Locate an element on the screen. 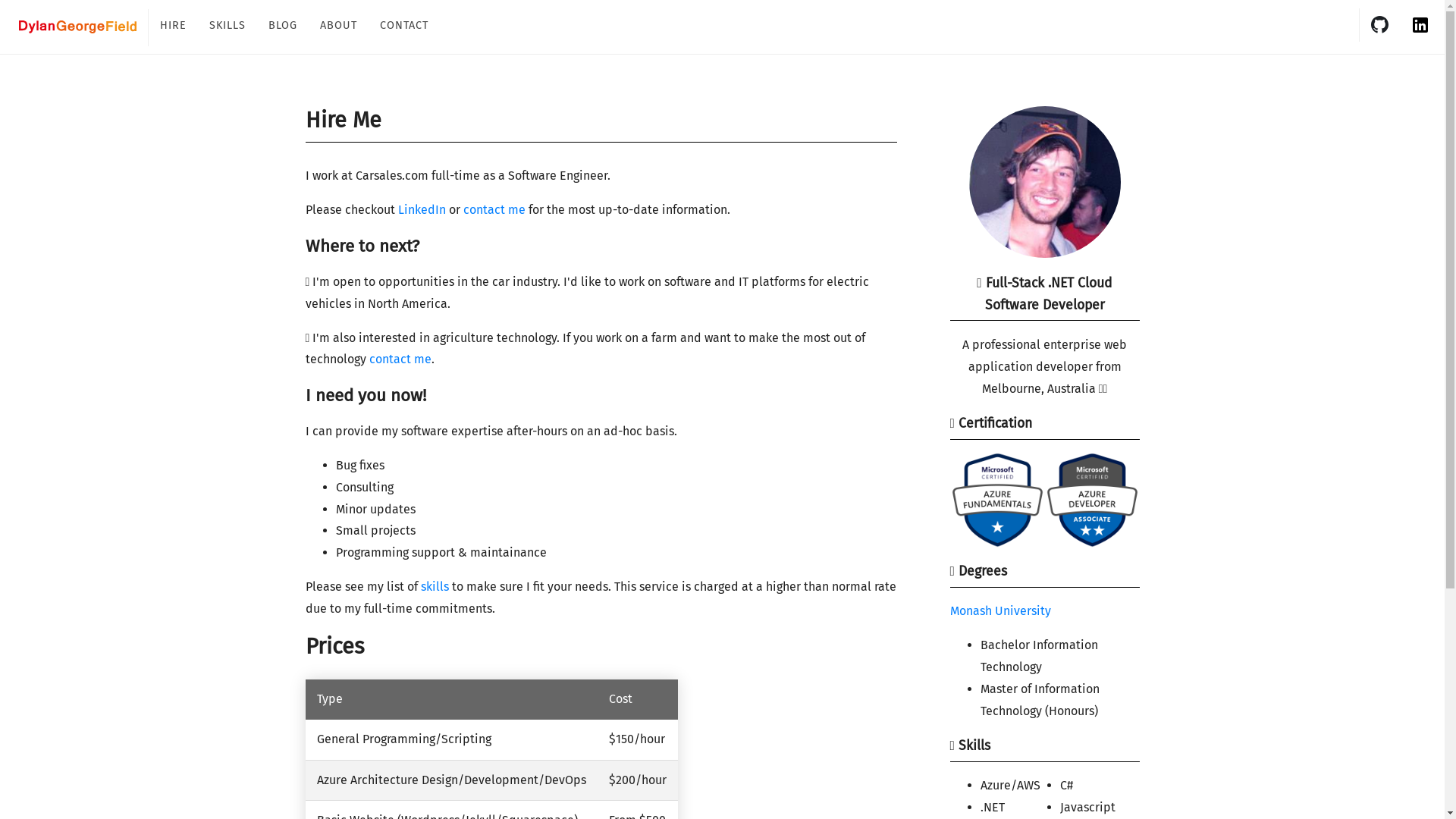  'HIRE' is located at coordinates (173, 27).